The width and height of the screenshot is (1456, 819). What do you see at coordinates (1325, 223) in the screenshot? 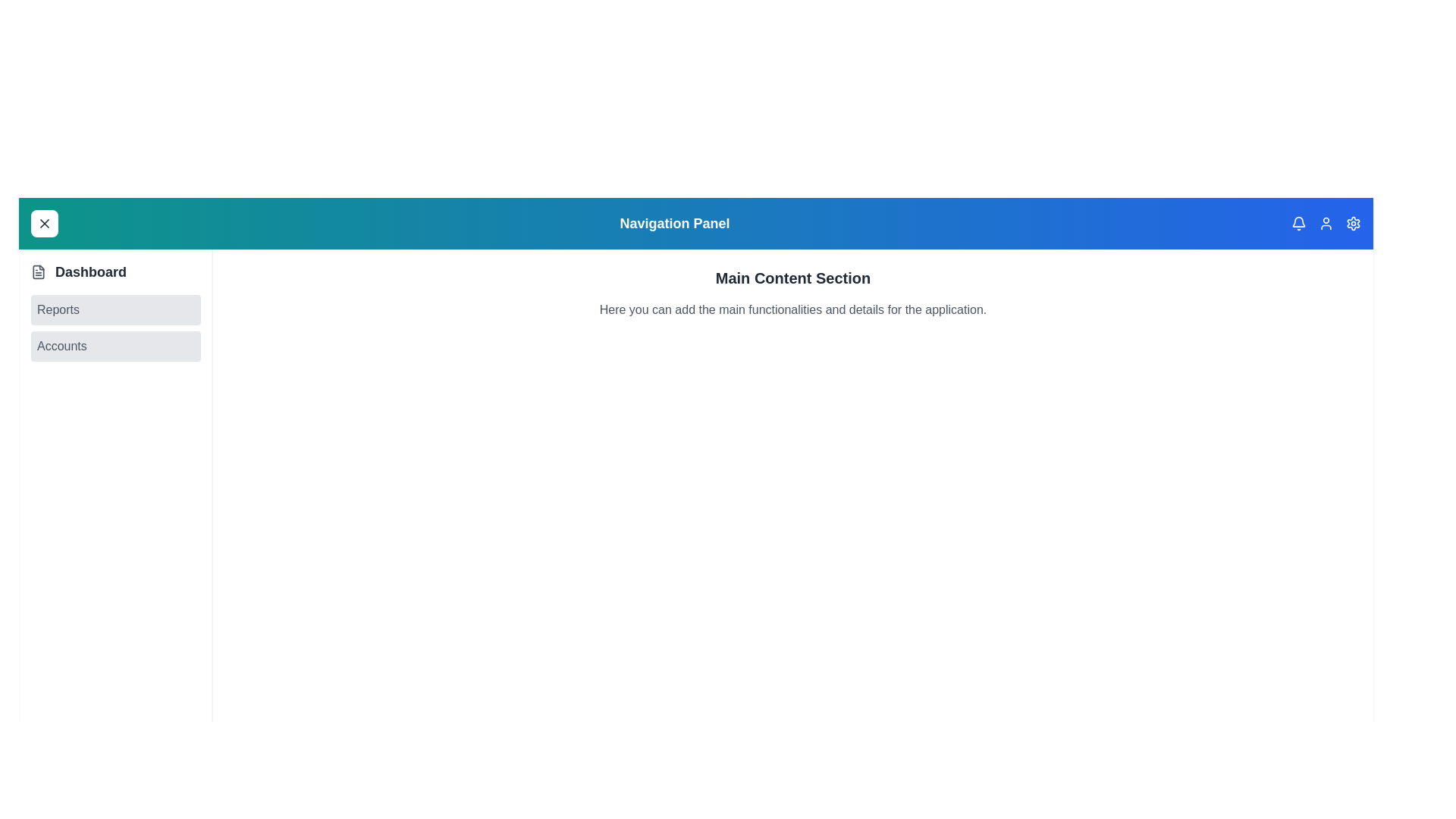
I see `the user-related functionalities icon, which is the third interactive icon from the right in the navigation bar` at bounding box center [1325, 223].